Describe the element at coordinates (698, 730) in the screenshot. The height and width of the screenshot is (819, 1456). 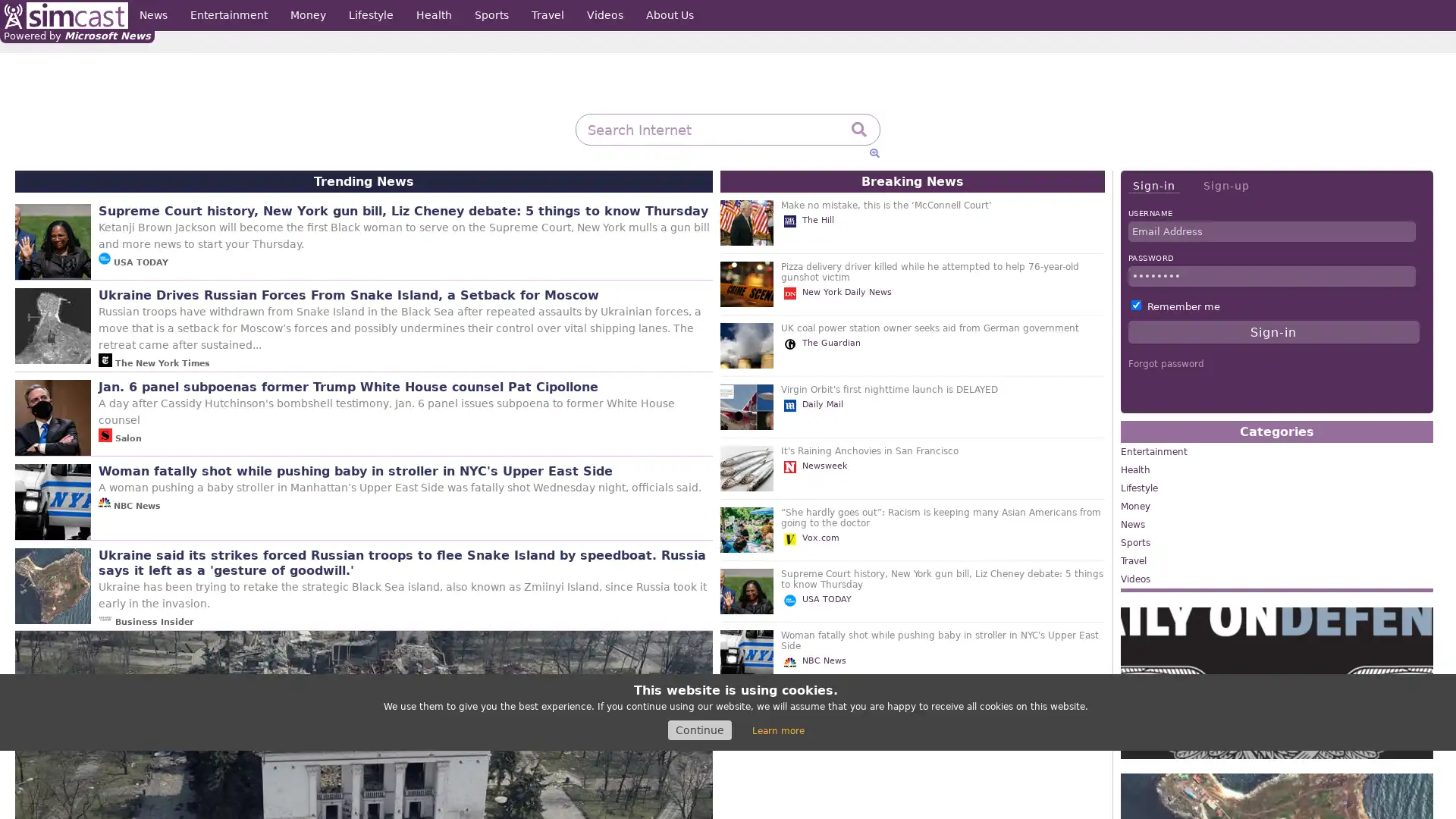
I see `Continue` at that location.